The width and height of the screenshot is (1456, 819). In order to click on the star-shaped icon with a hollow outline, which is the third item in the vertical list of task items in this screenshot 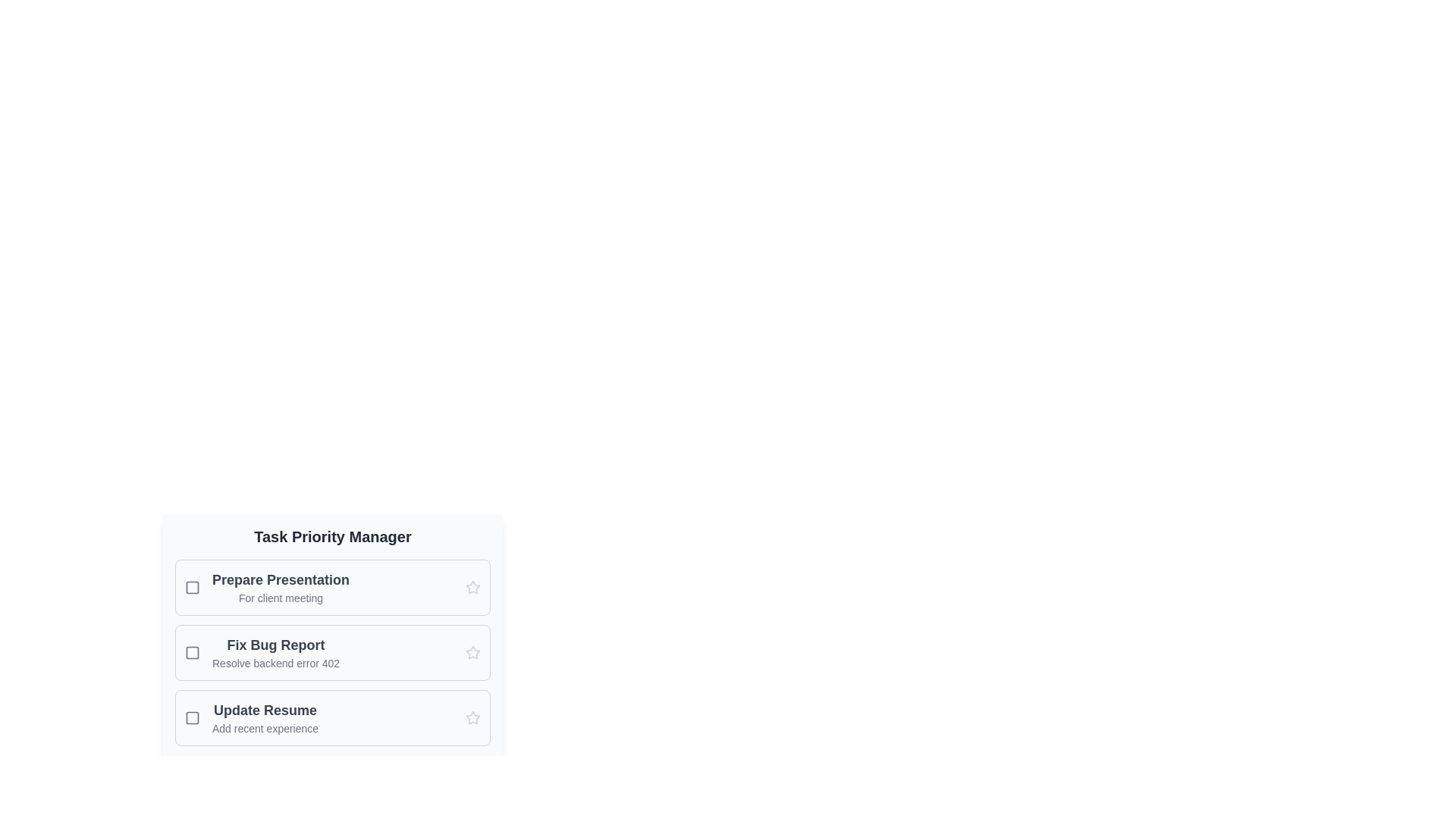, I will do `click(472, 587)`.